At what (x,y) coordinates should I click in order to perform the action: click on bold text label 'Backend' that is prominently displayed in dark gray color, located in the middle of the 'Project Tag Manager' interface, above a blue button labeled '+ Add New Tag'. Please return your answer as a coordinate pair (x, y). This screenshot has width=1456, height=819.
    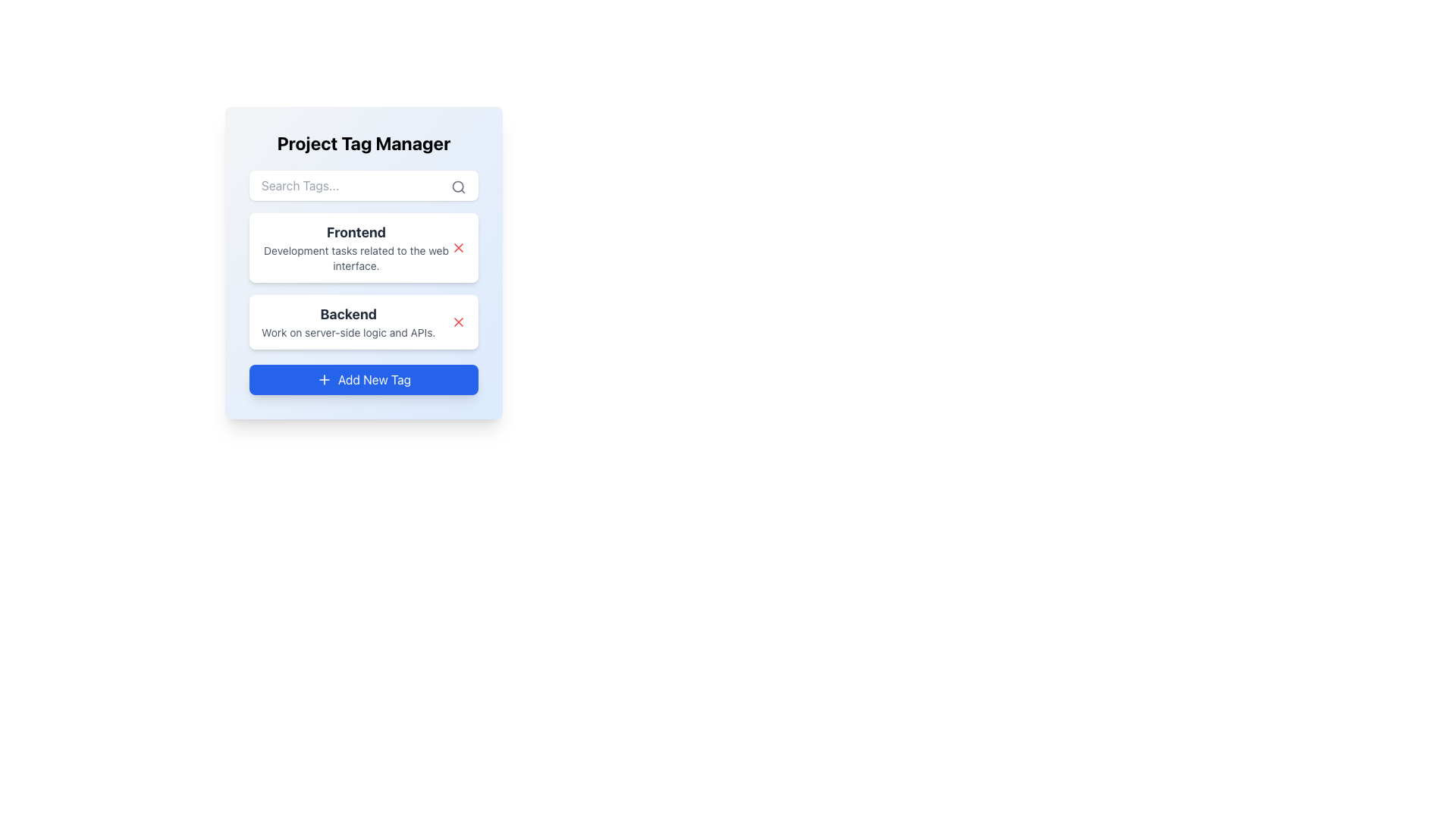
    Looking at the image, I should click on (347, 314).